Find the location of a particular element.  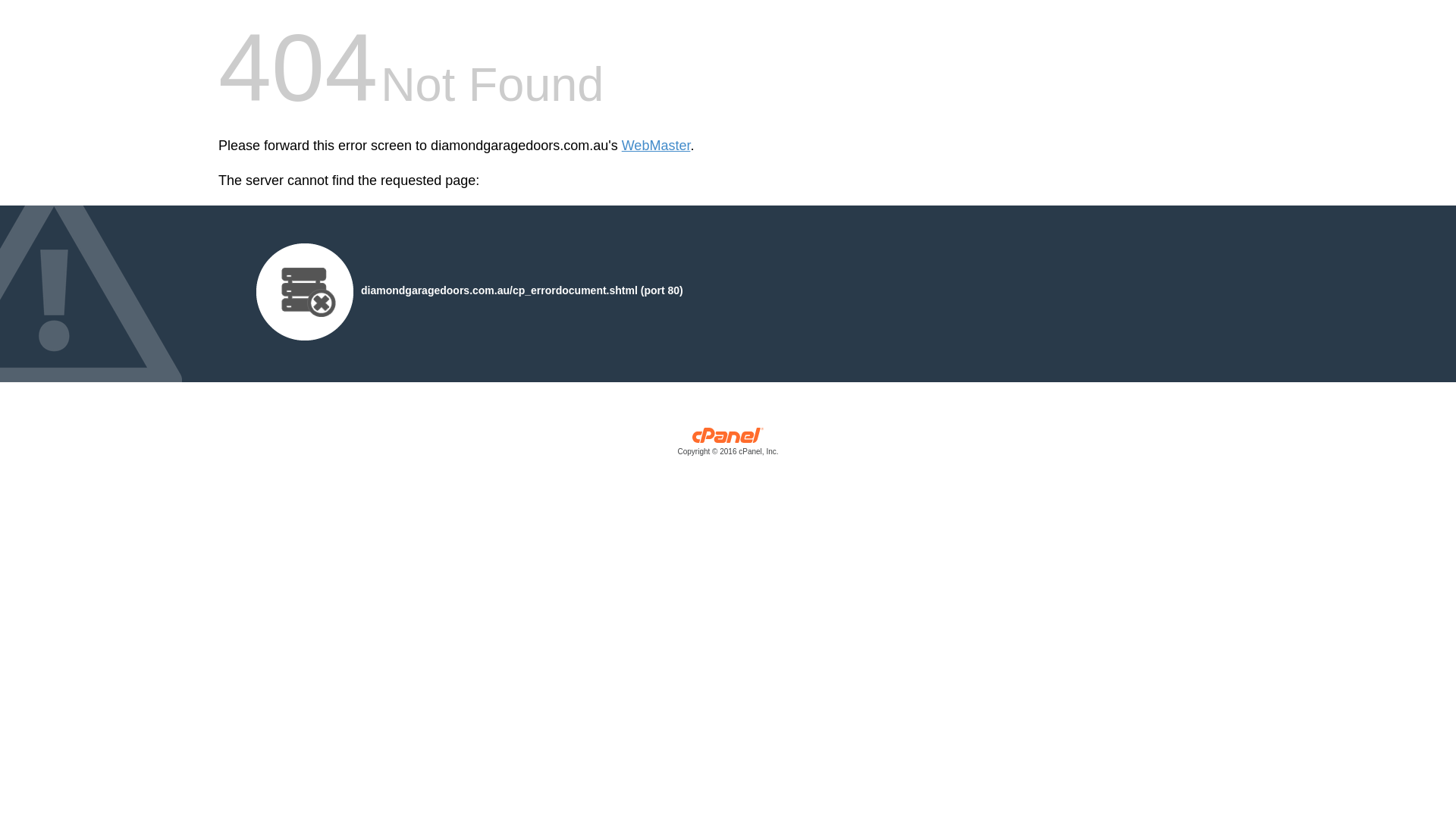

'WebMaster' is located at coordinates (656, 146).